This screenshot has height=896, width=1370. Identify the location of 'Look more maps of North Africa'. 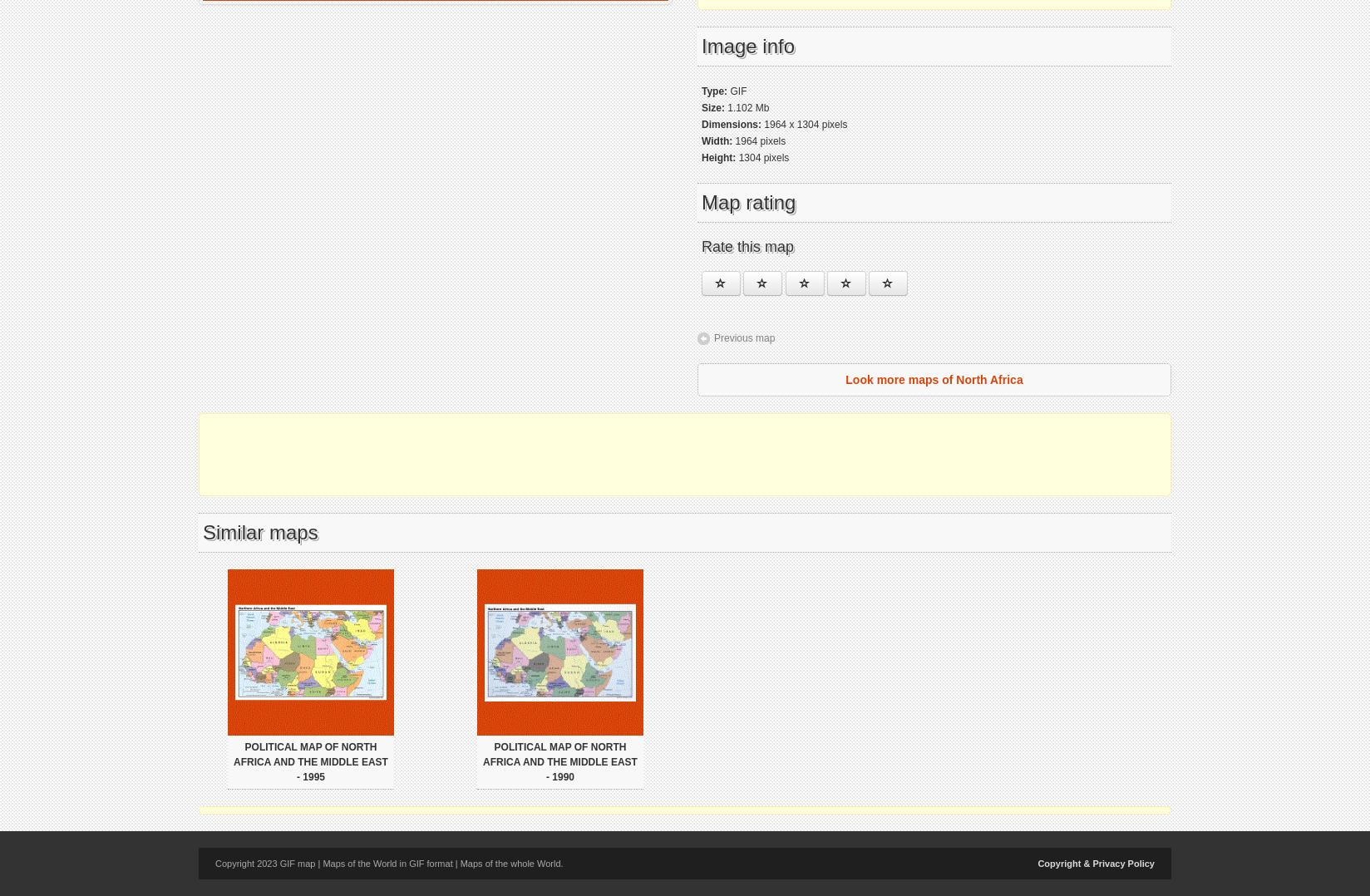
(933, 379).